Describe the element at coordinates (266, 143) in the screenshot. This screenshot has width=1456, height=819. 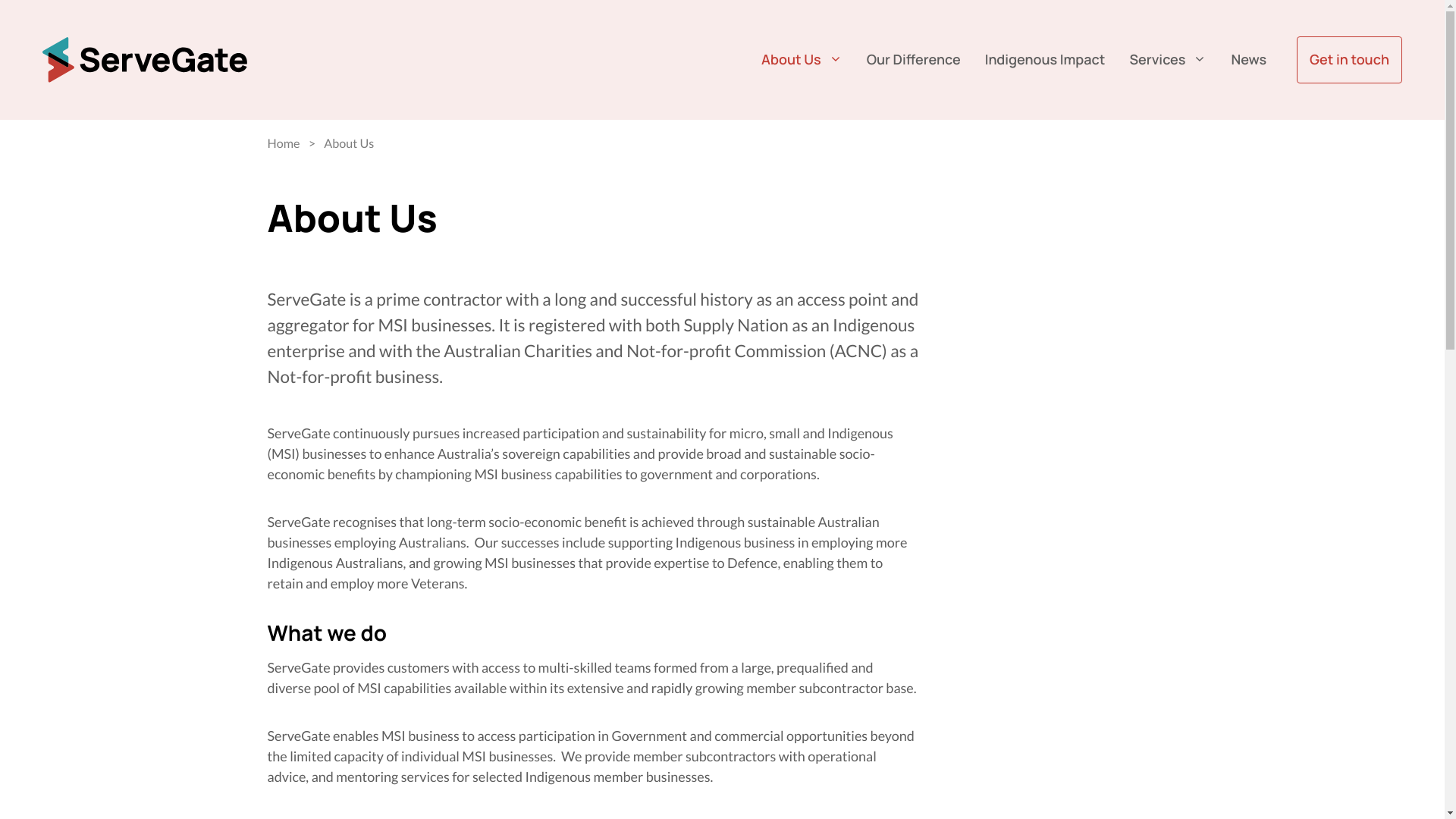
I see `'Home'` at that location.